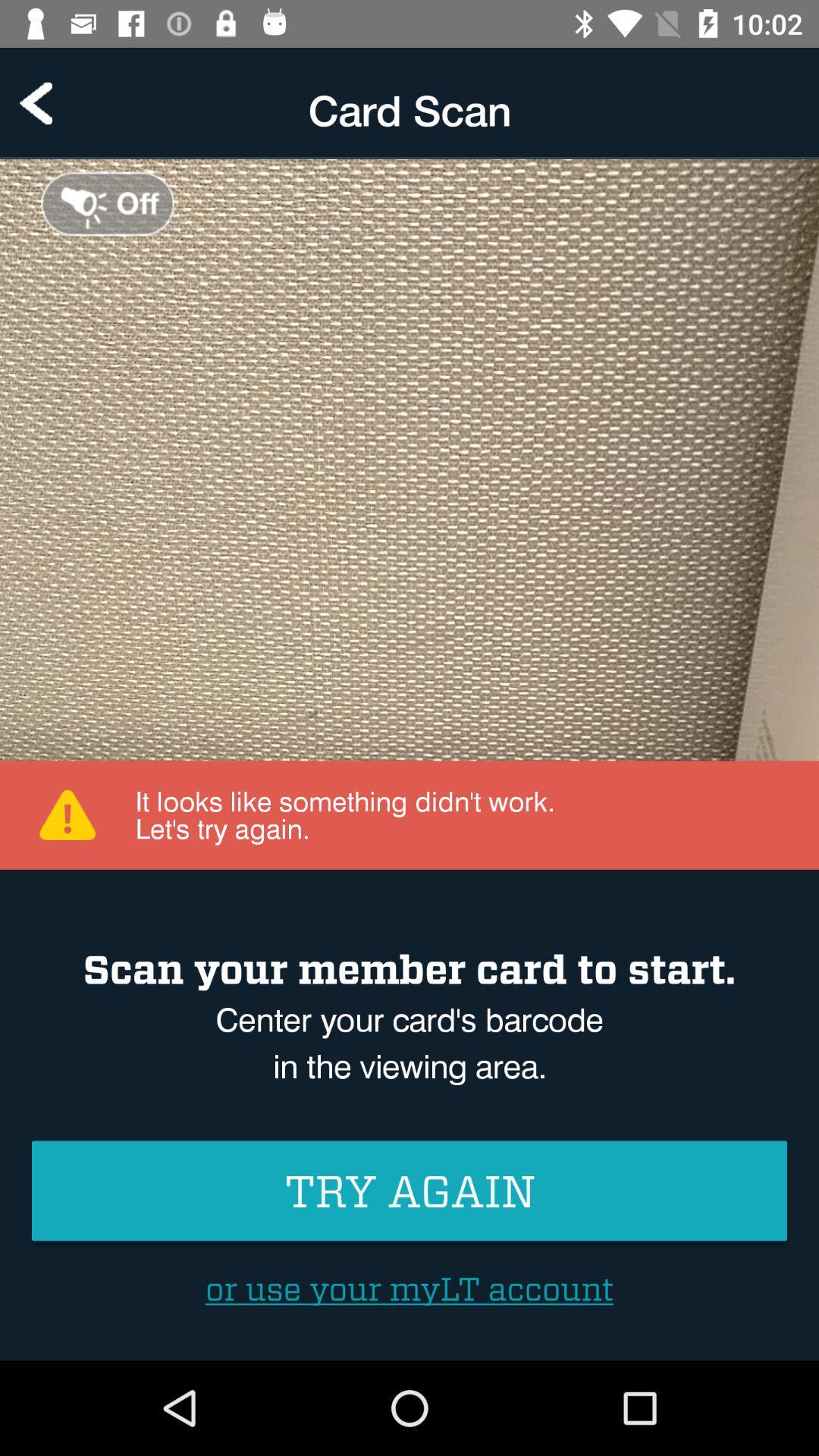  I want to click on off, so click(107, 203).